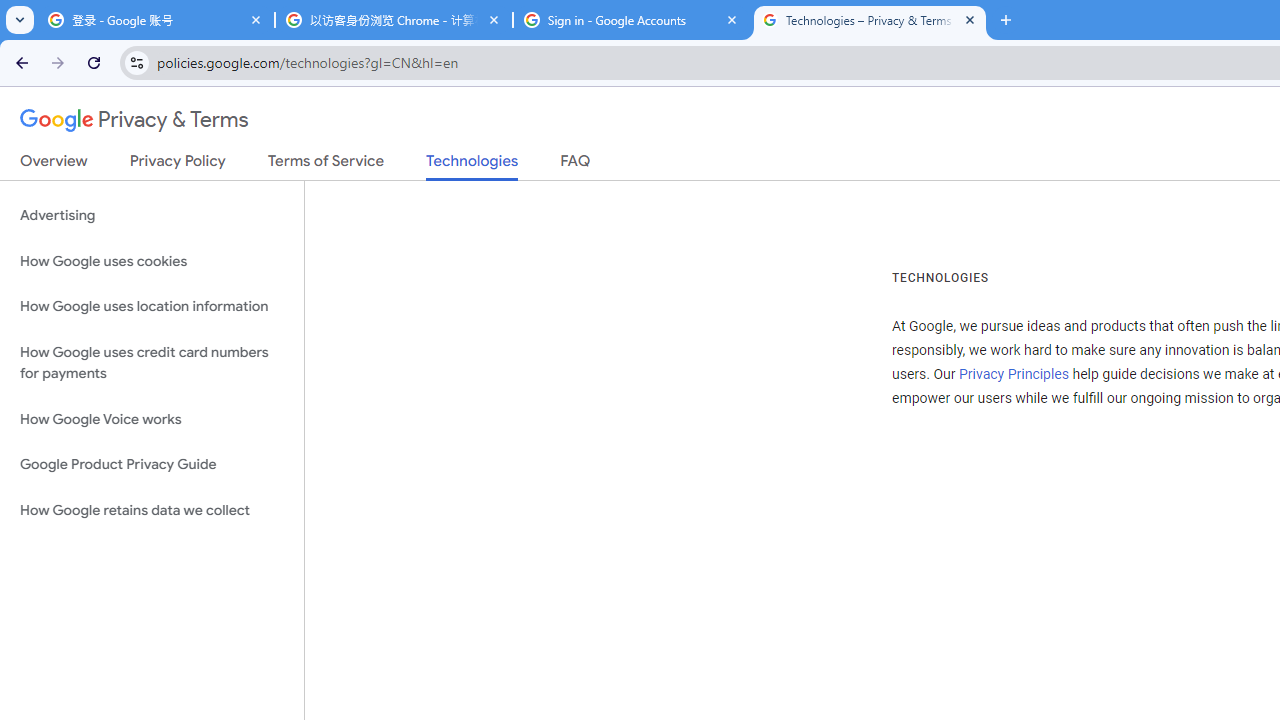  I want to click on 'Privacy Principles', so click(1013, 374).